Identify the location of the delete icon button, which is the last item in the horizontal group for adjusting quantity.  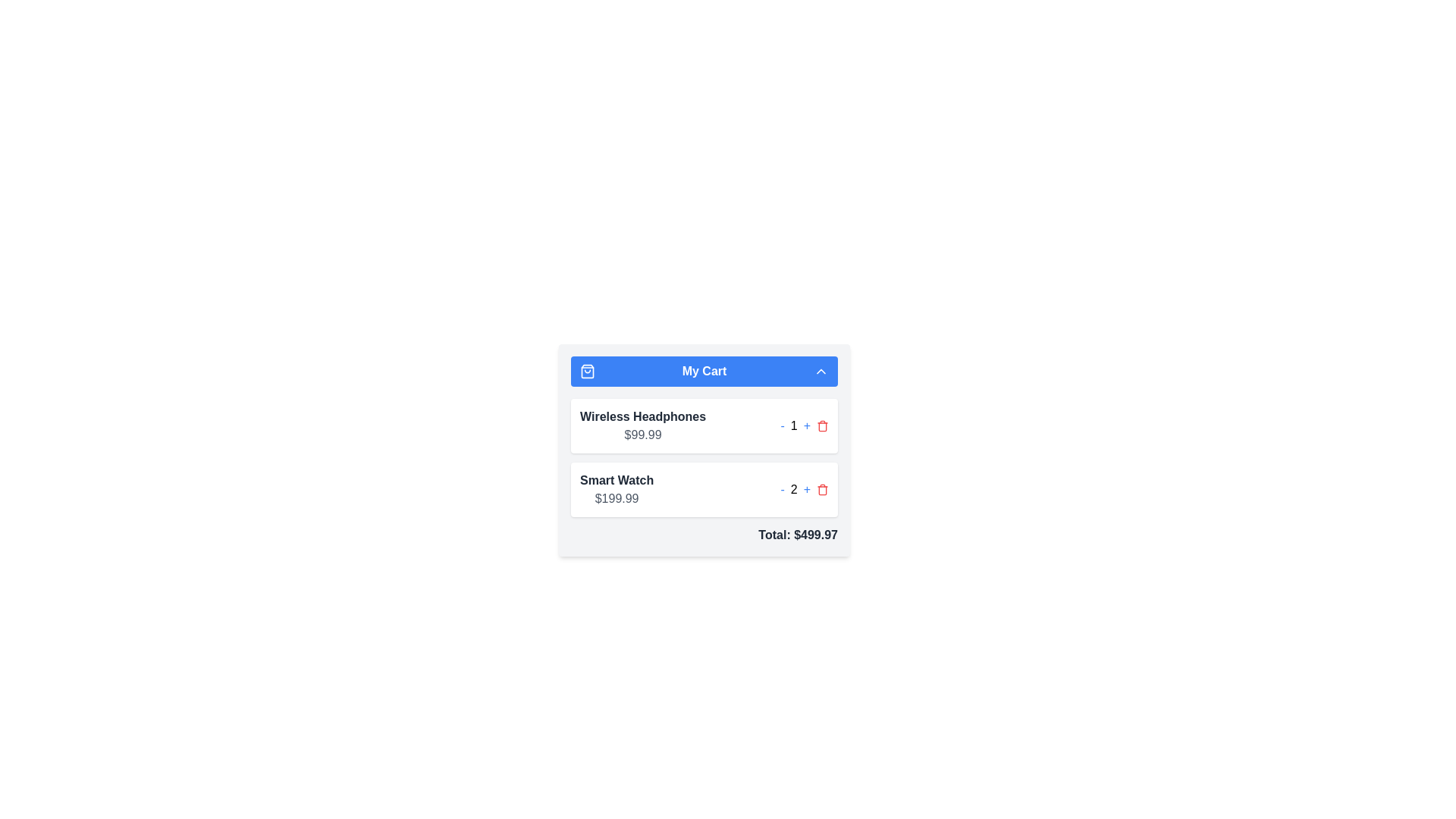
(821, 489).